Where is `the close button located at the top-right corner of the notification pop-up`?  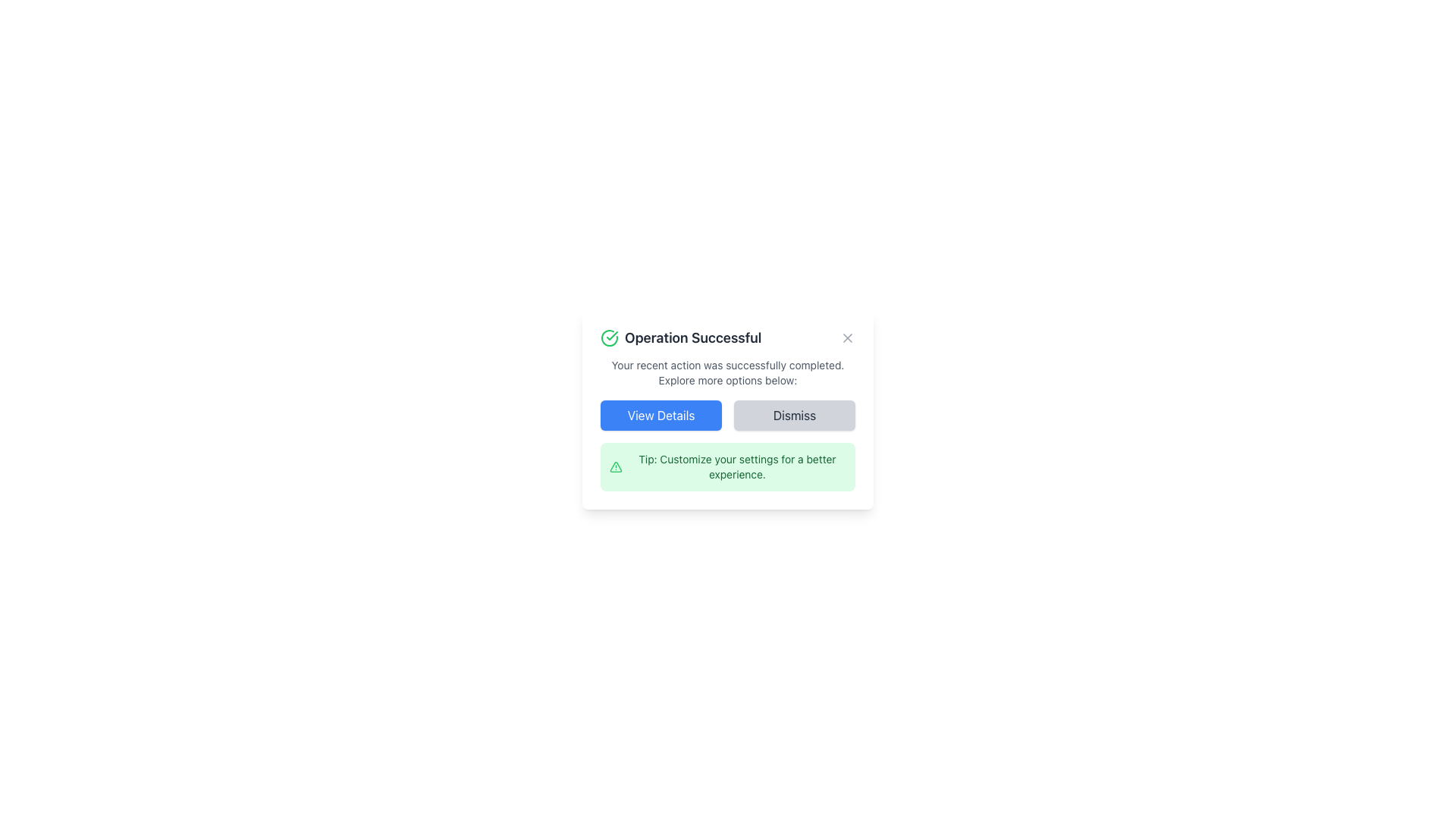
the close button located at the top-right corner of the notification pop-up is located at coordinates (847, 337).